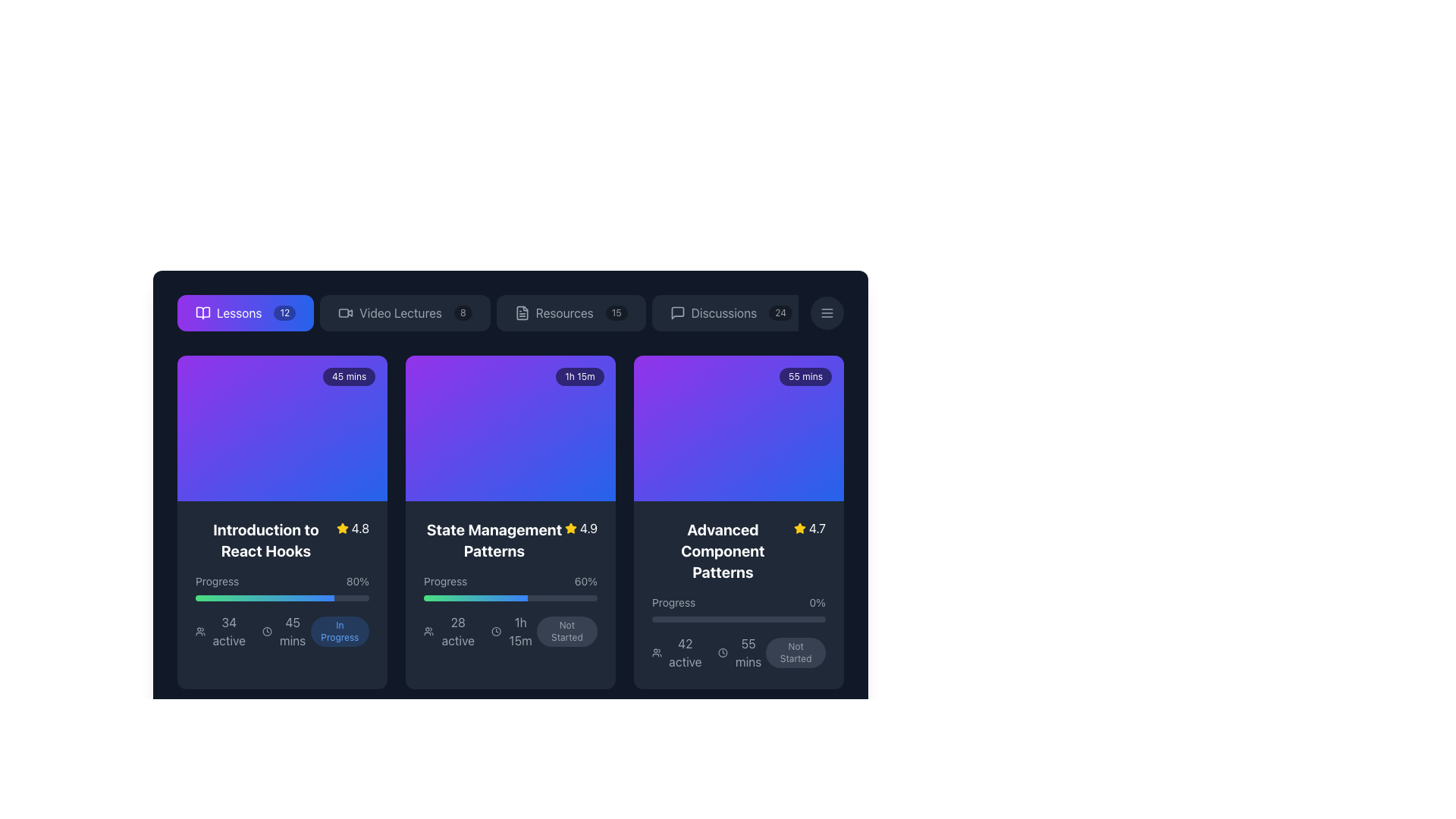 This screenshot has height=819, width=1456. Describe the element at coordinates (212, 598) in the screenshot. I see `the progress bar` at that location.